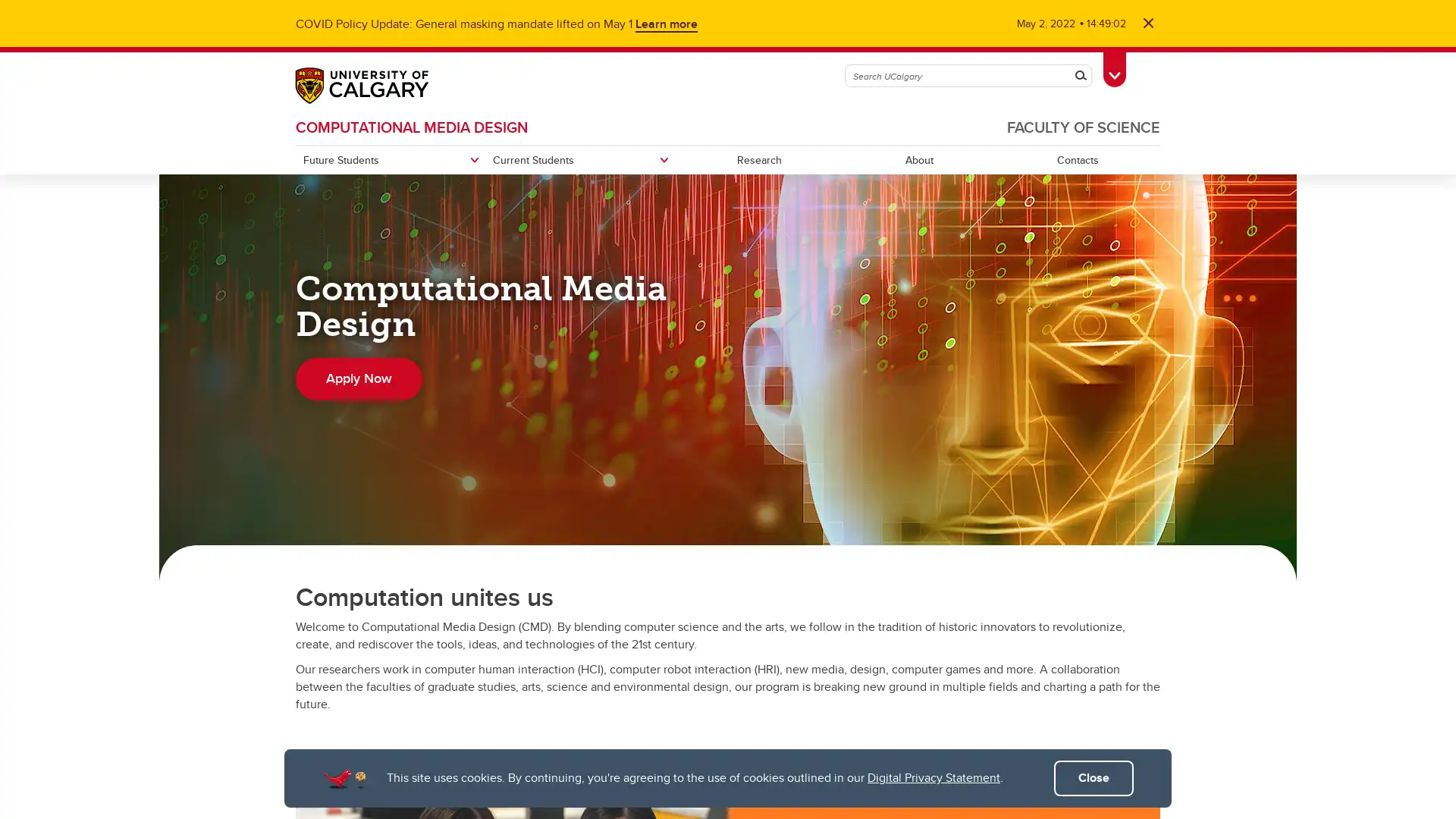  What do you see at coordinates (1114, 66) in the screenshot?
I see `Toggle Toolbox` at bounding box center [1114, 66].